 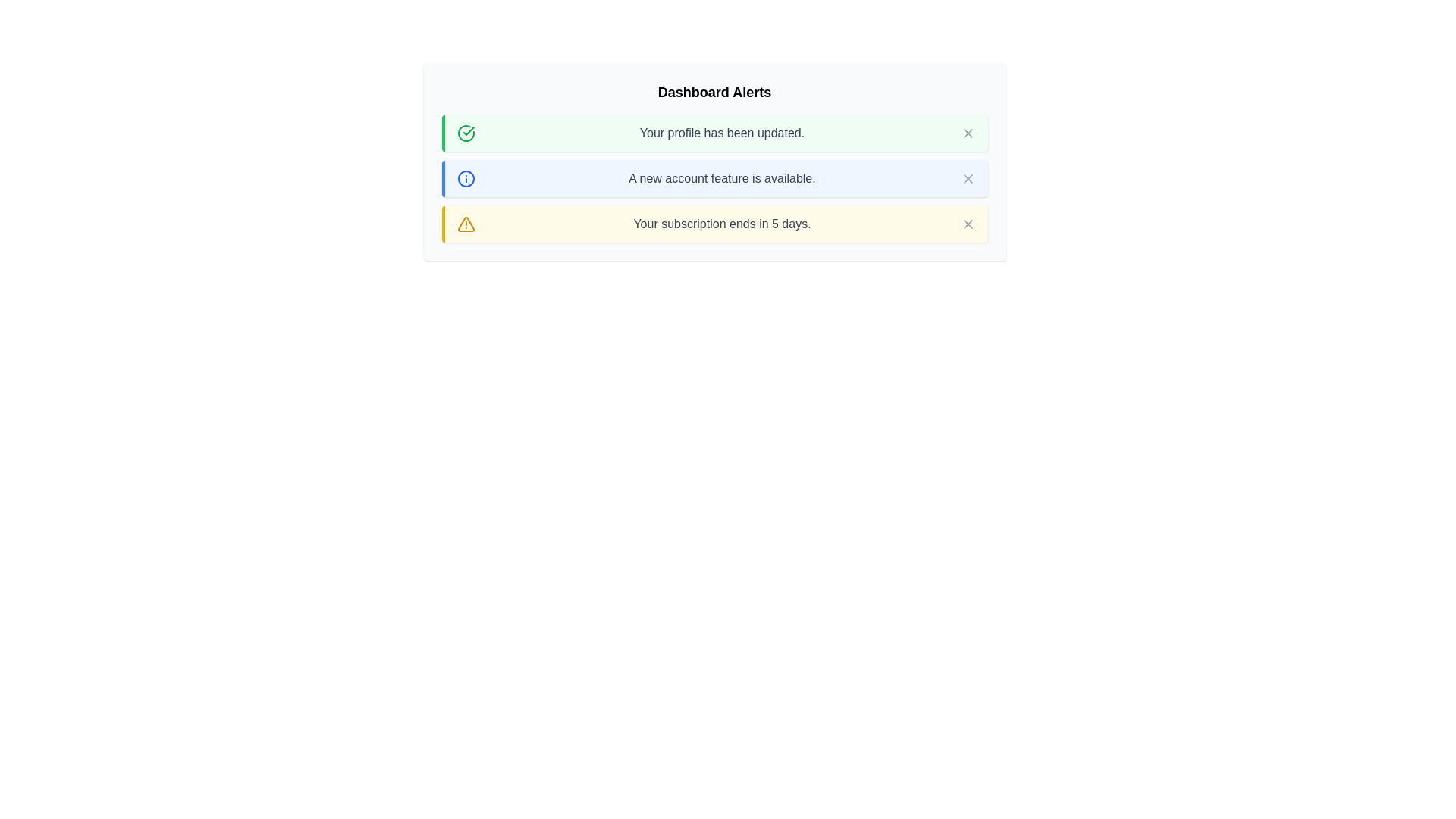 What do you see at coordinates (465, 133) in the screenshot?
I see `the green checkmark icon that indicates the successful update of the user profile, located in the topmost alert box next to the notification text 'Your profile has been updated.'` at bounding box center [465, 133].